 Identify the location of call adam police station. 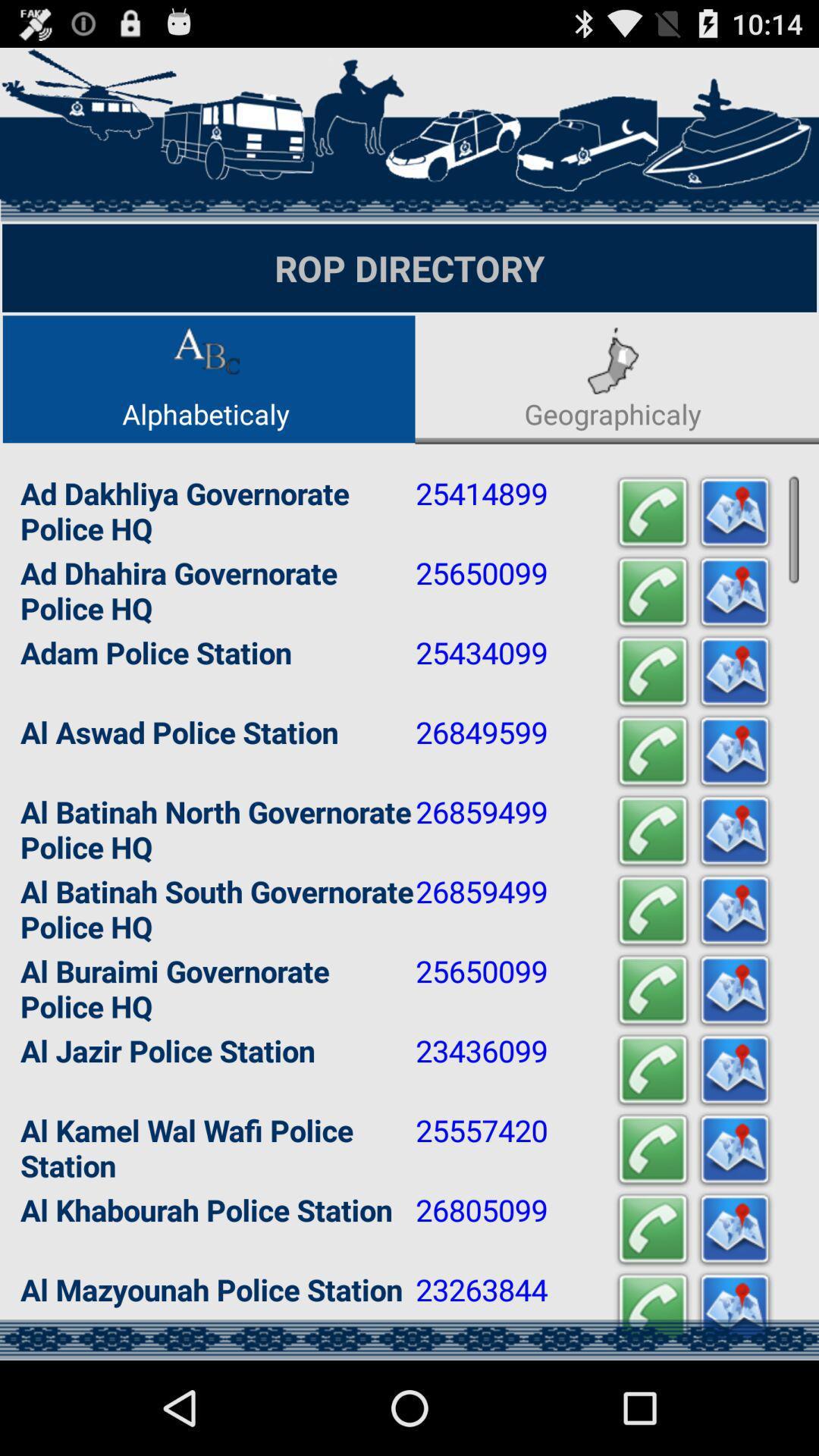
(651, 671).